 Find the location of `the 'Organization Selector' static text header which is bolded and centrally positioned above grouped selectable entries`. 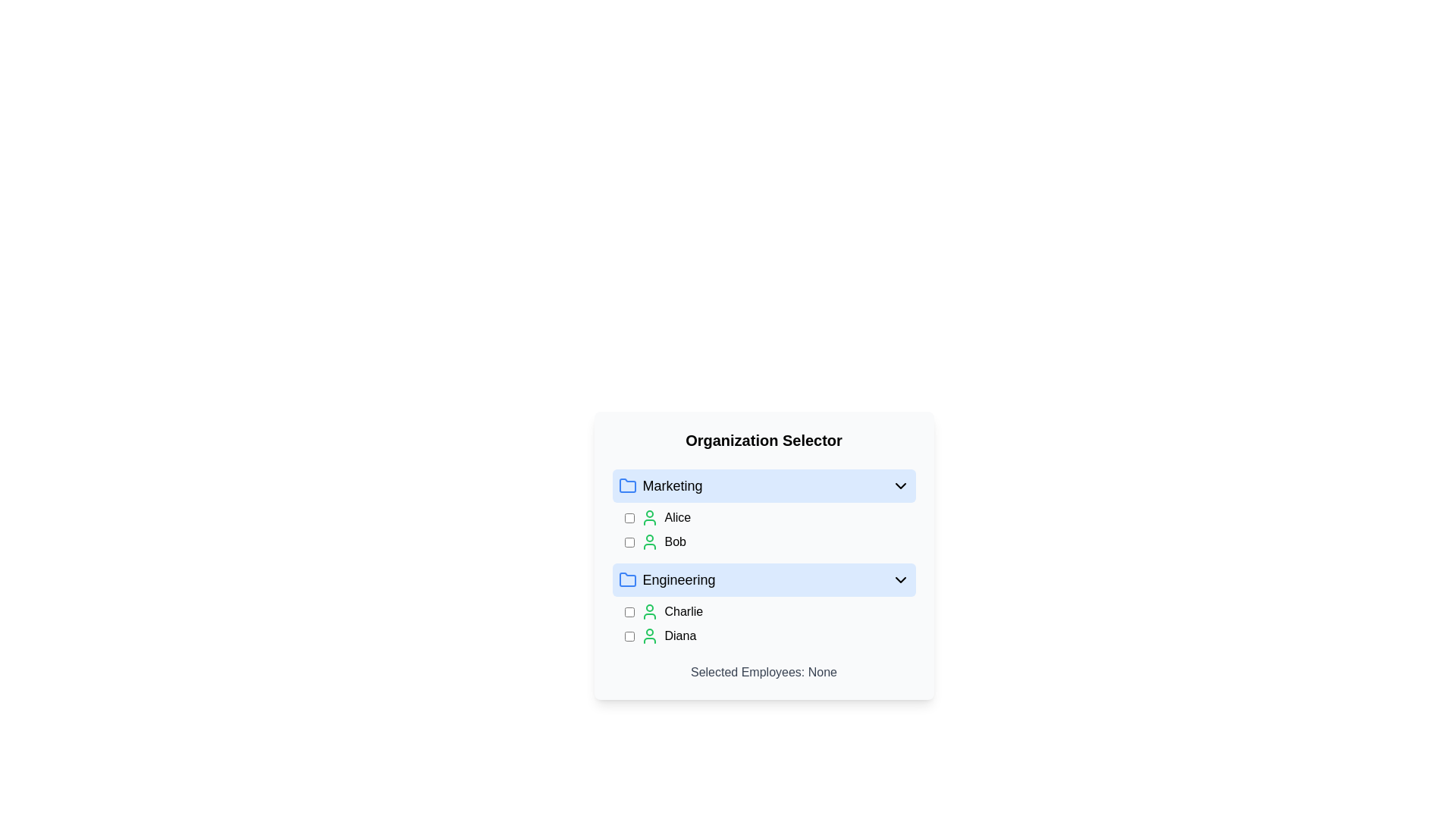

the 'Organization Selector' static text header which is bolded and centrally positioned above grouped selectable entries is located at coordinates (764, 441).